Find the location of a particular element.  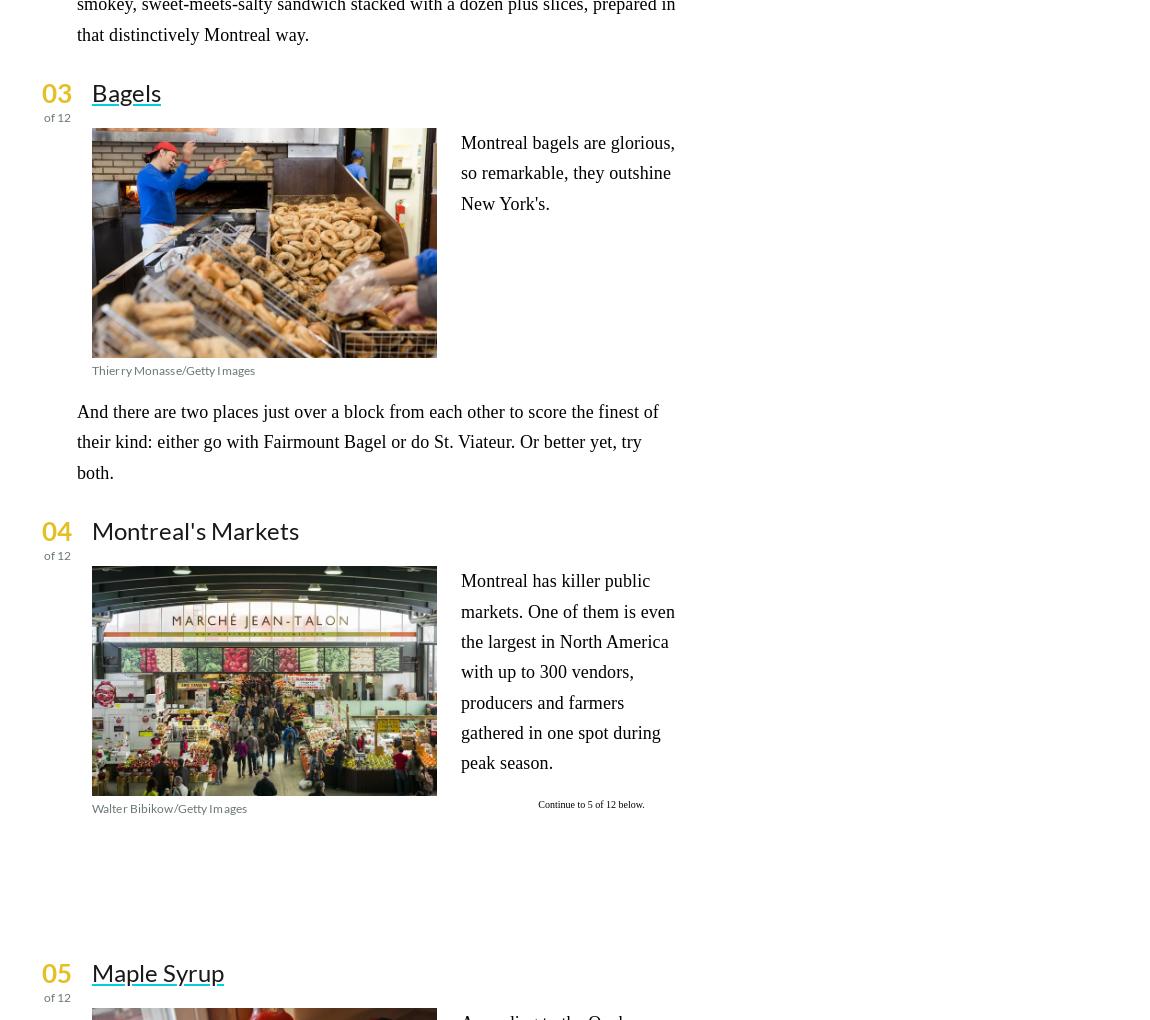

'Bagels' is located at coordinates (125, 91).